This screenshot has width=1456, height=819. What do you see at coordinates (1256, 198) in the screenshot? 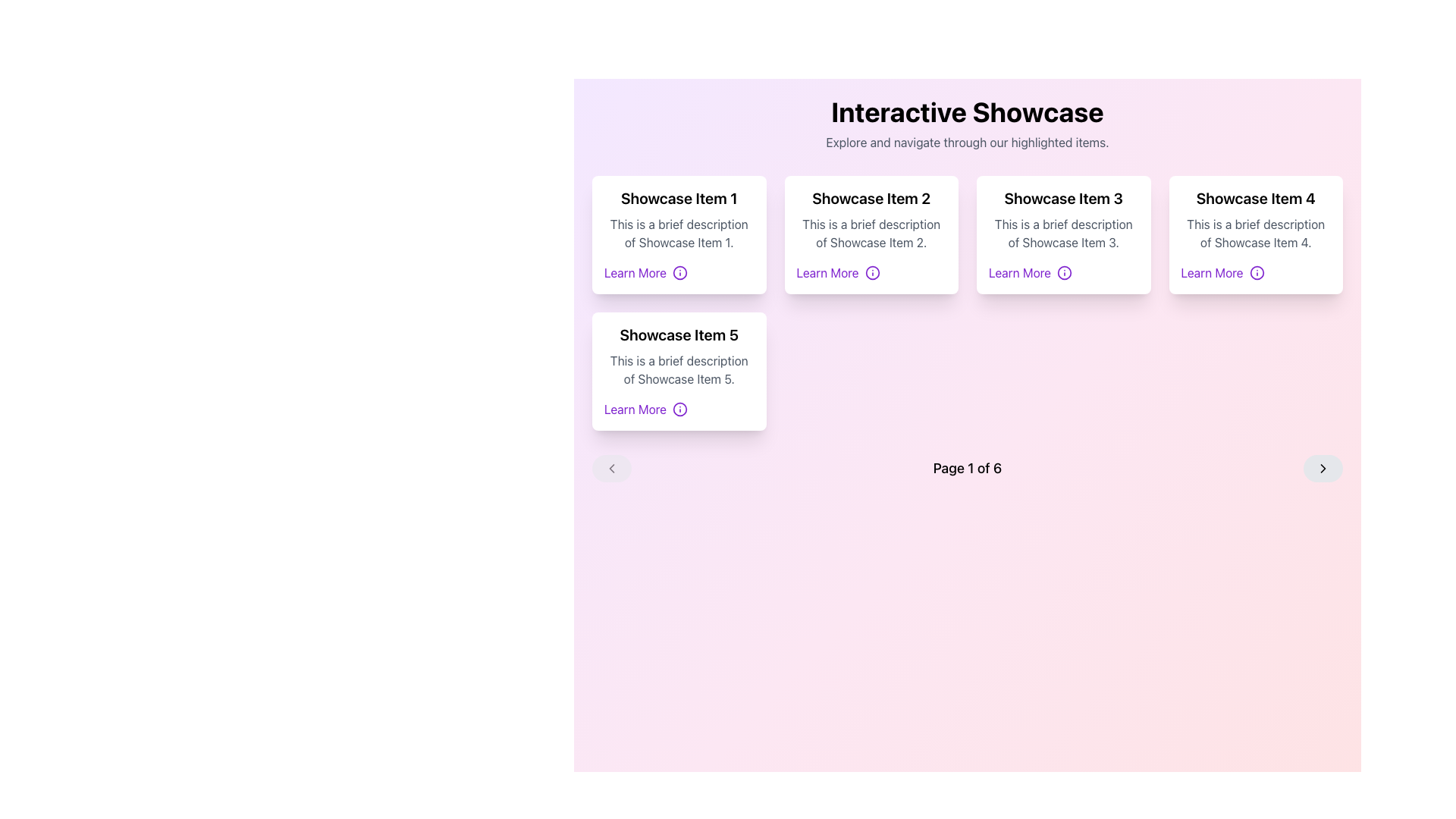
I see `the Text Label that serves as the title for 'Showcase Item 4', located at the upper center of the card in the top-right corner of the grid` at bounding box center [1256, 198].